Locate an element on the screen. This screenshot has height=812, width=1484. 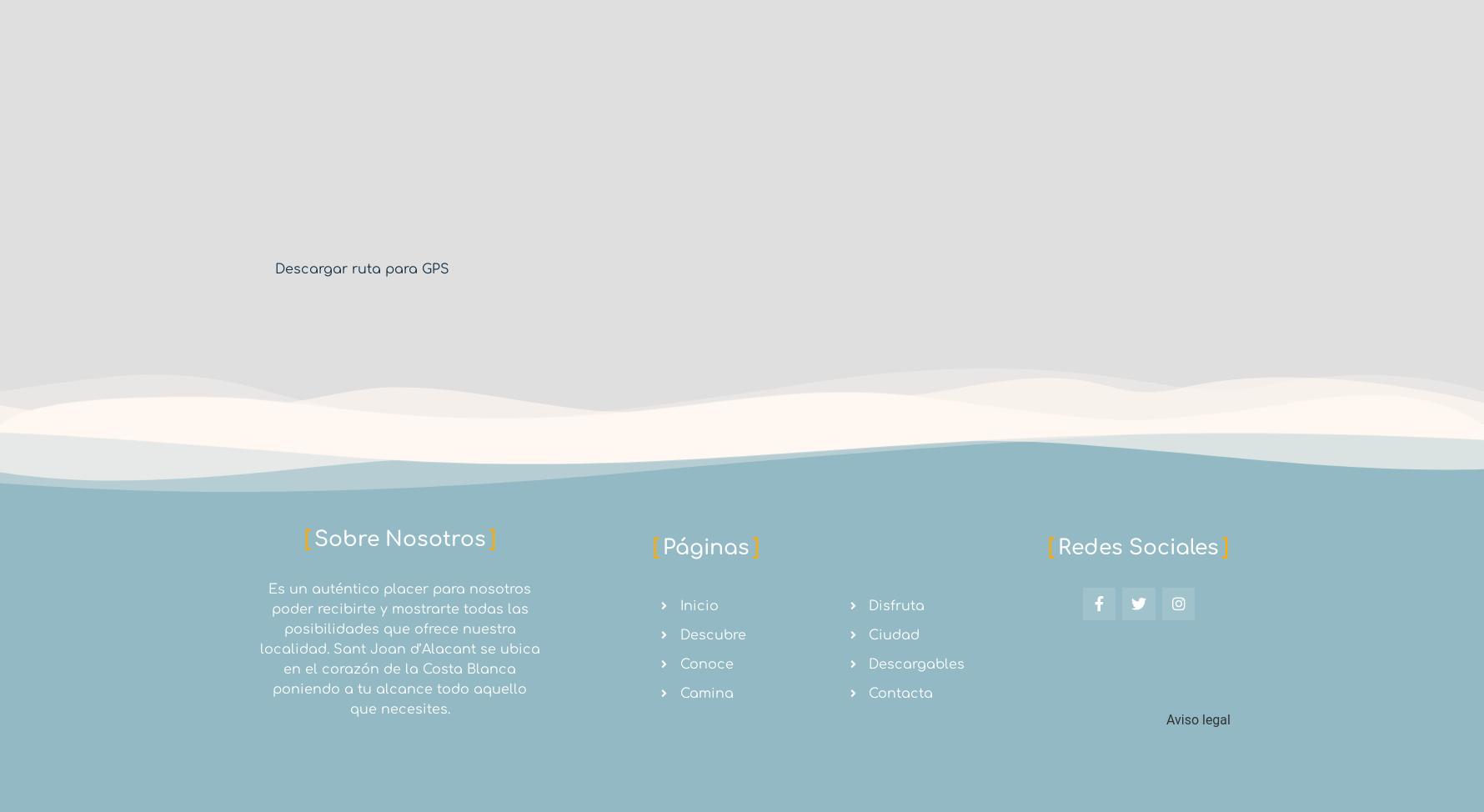
'Contacta' is located at coordinates (900, 693).